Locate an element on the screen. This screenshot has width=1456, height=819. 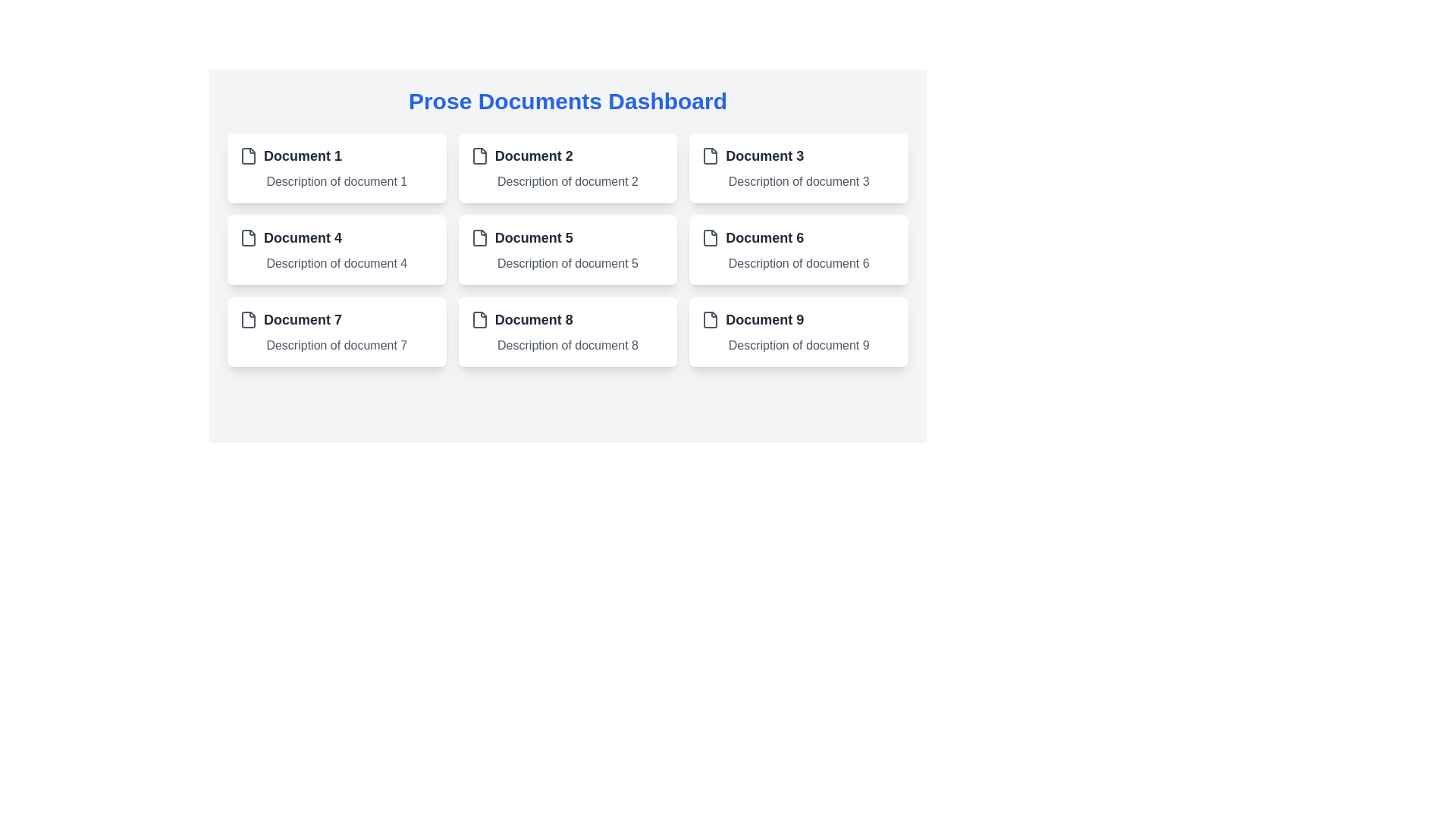
the small gray document icon located to the left of 'Document 8' text in the dashboard interface is located at coordinates (479, 318).